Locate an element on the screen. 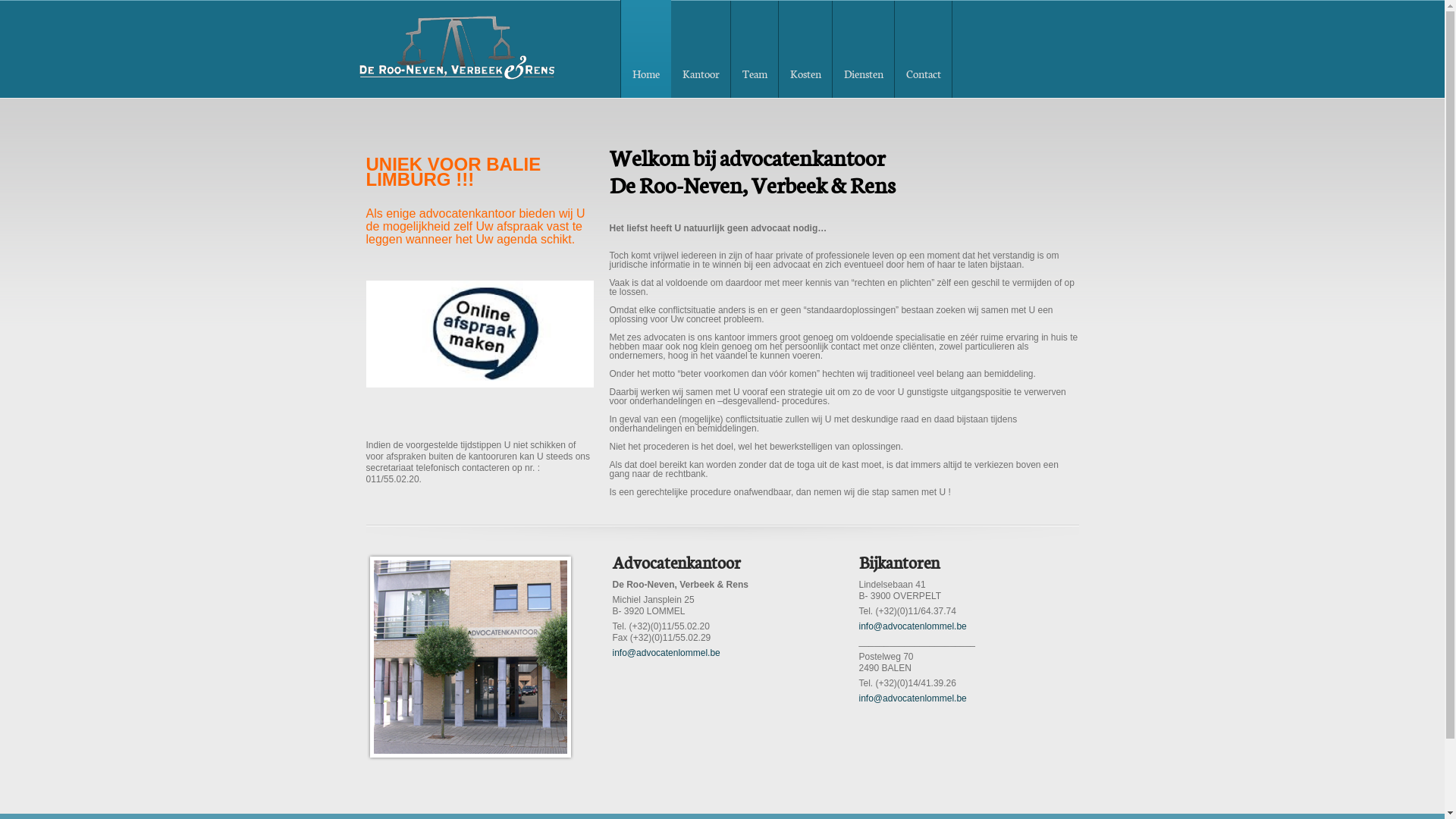 This screenshot has width=1456, height=819. 'Contact' is located at coordinates (923, 48).